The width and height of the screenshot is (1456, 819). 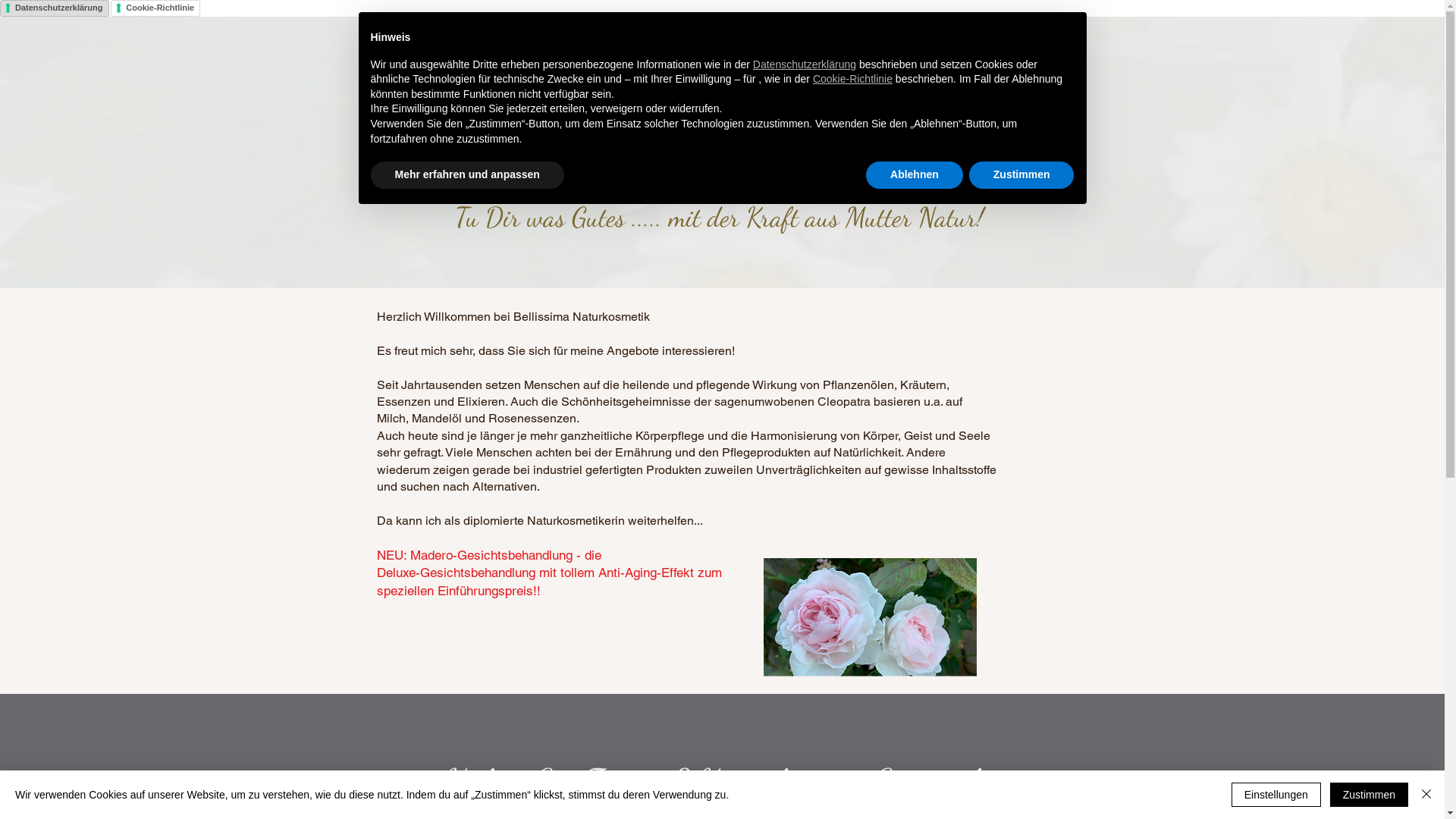 What do you see at coordinates (1276, 794) in the screenshot?
I see `'Einstellungen'` at bounding box center [1276, 794].